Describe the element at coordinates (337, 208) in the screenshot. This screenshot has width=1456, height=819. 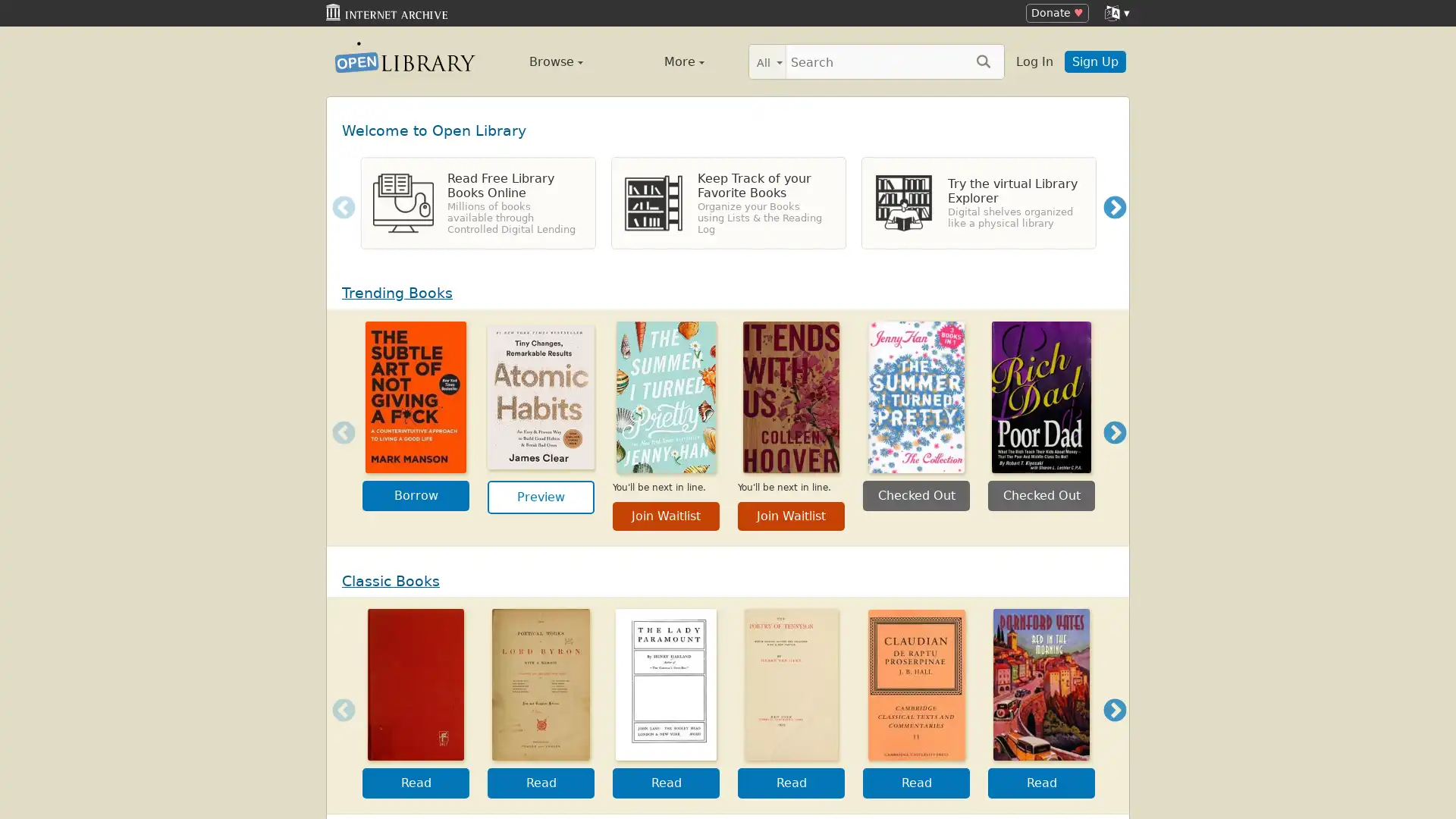
I see `Previous` at that location.